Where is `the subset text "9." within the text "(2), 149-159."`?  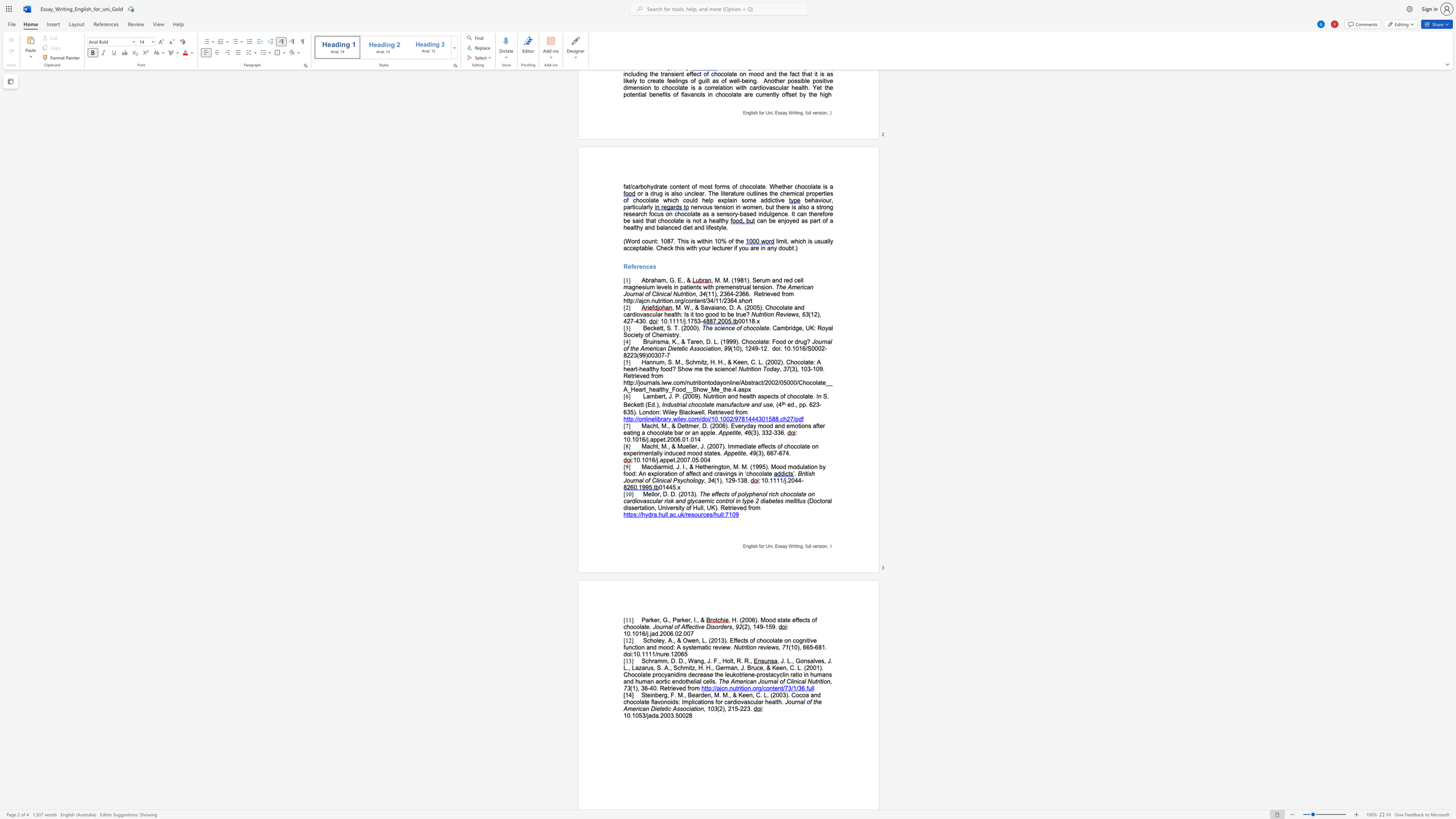 the subset text "9." within the text "(2), 149-159." is located at coordinates (771, 626).